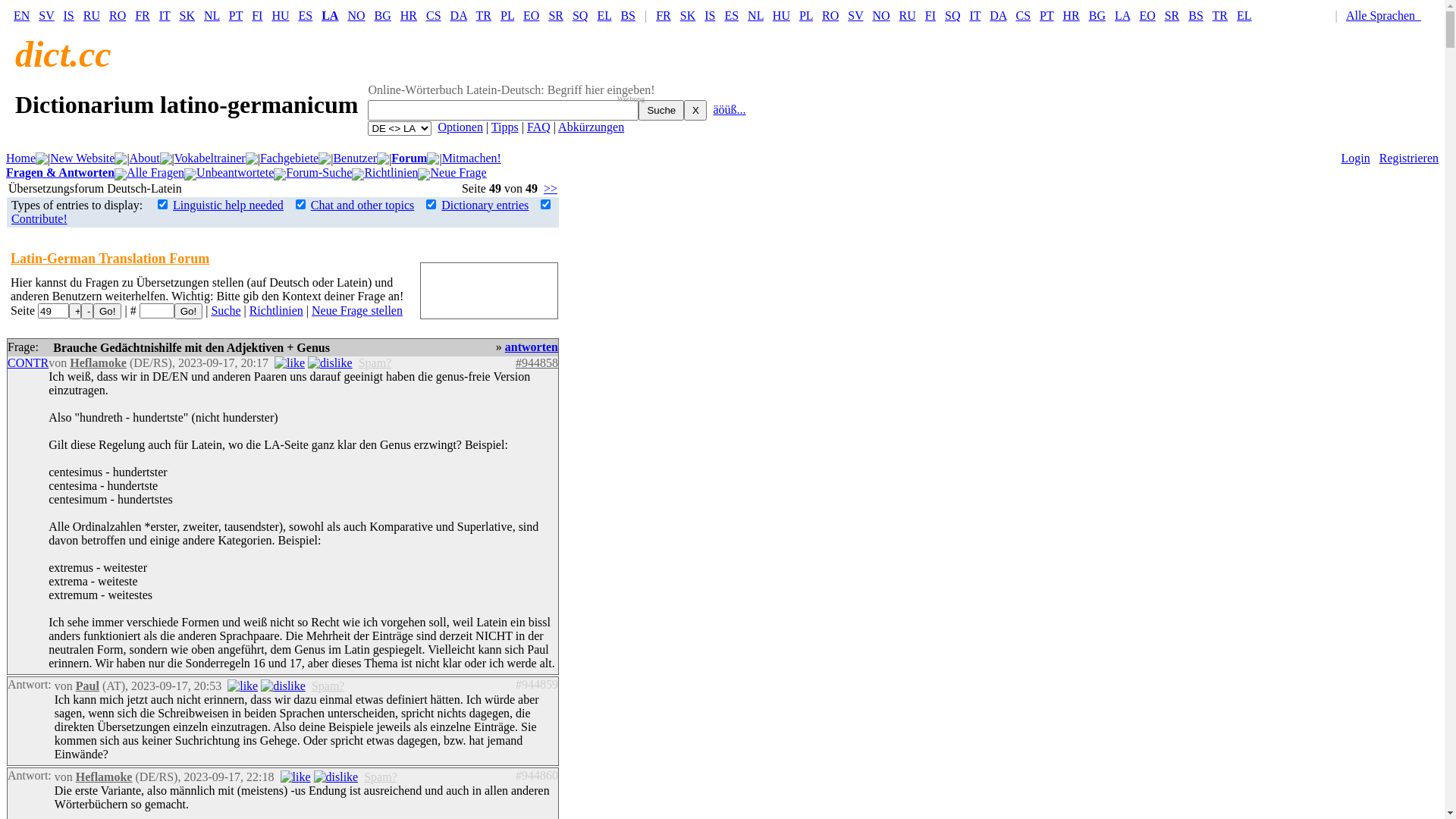  I want to click on 'NO', so click(880, 15).